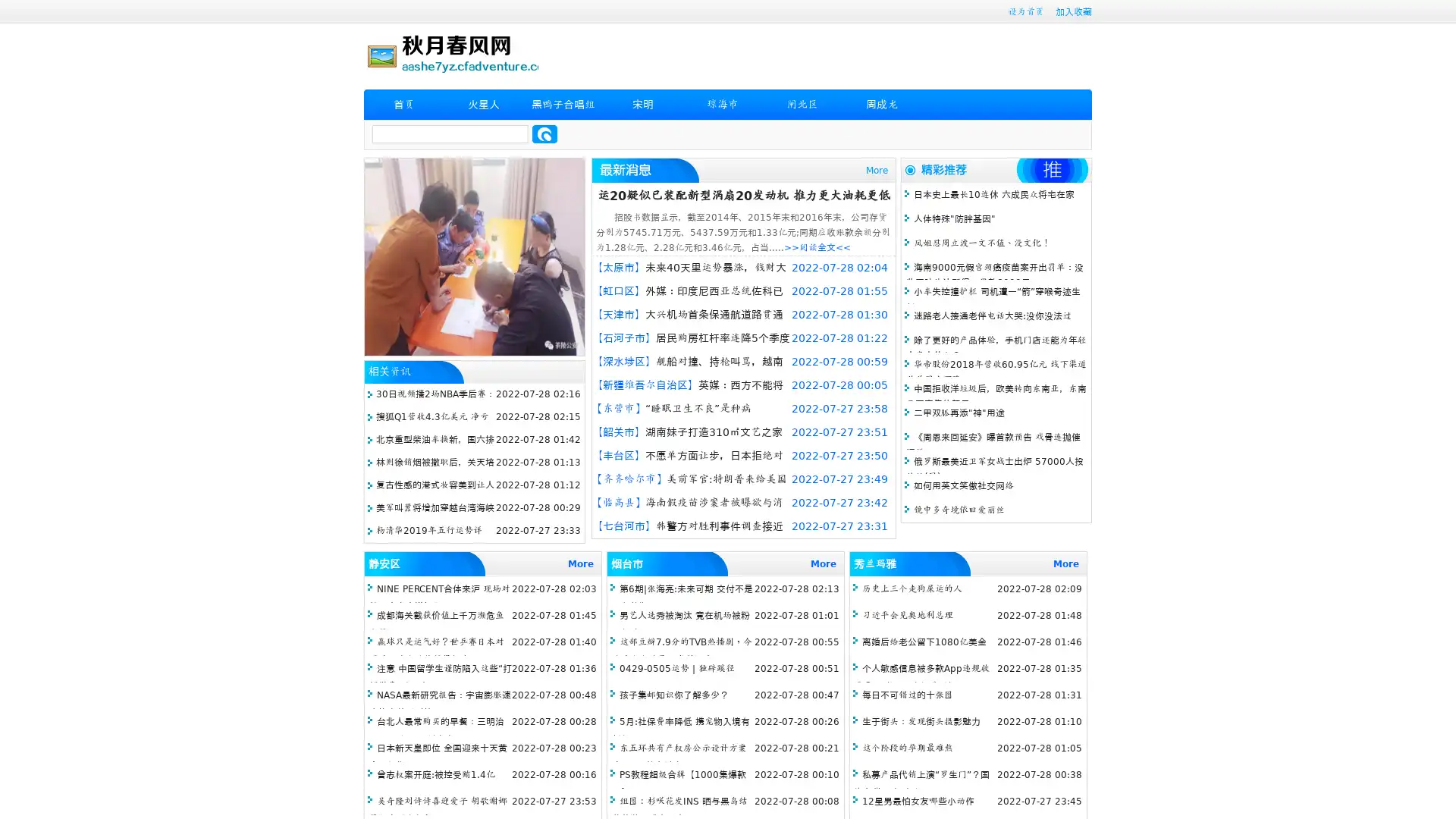 Image resolution: width=1456 pixels, height=819 pixels. I want to click on Search, so click(544, 133).